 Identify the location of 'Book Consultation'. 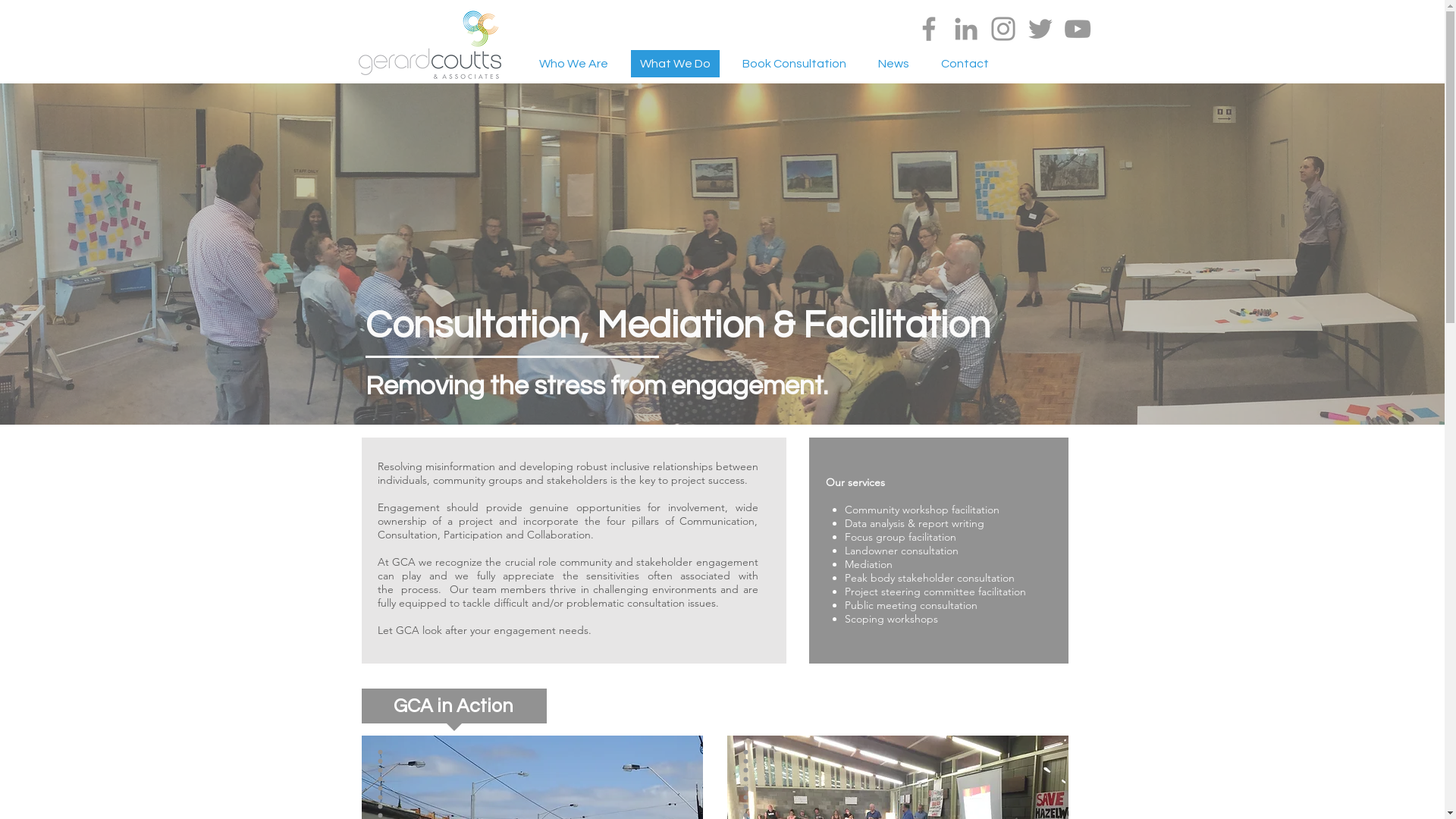
(732, 63).